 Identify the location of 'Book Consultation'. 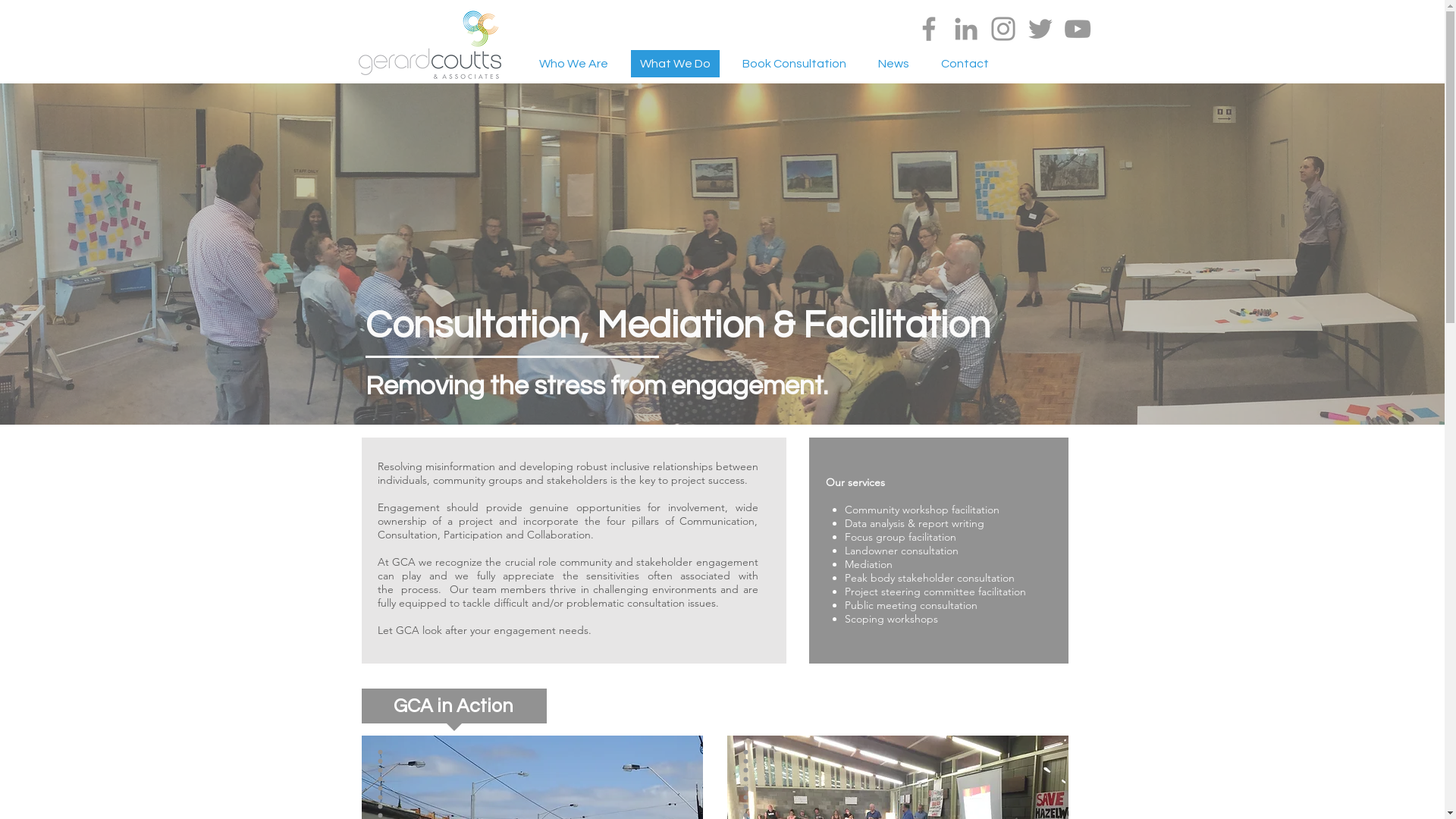
(732, 63).